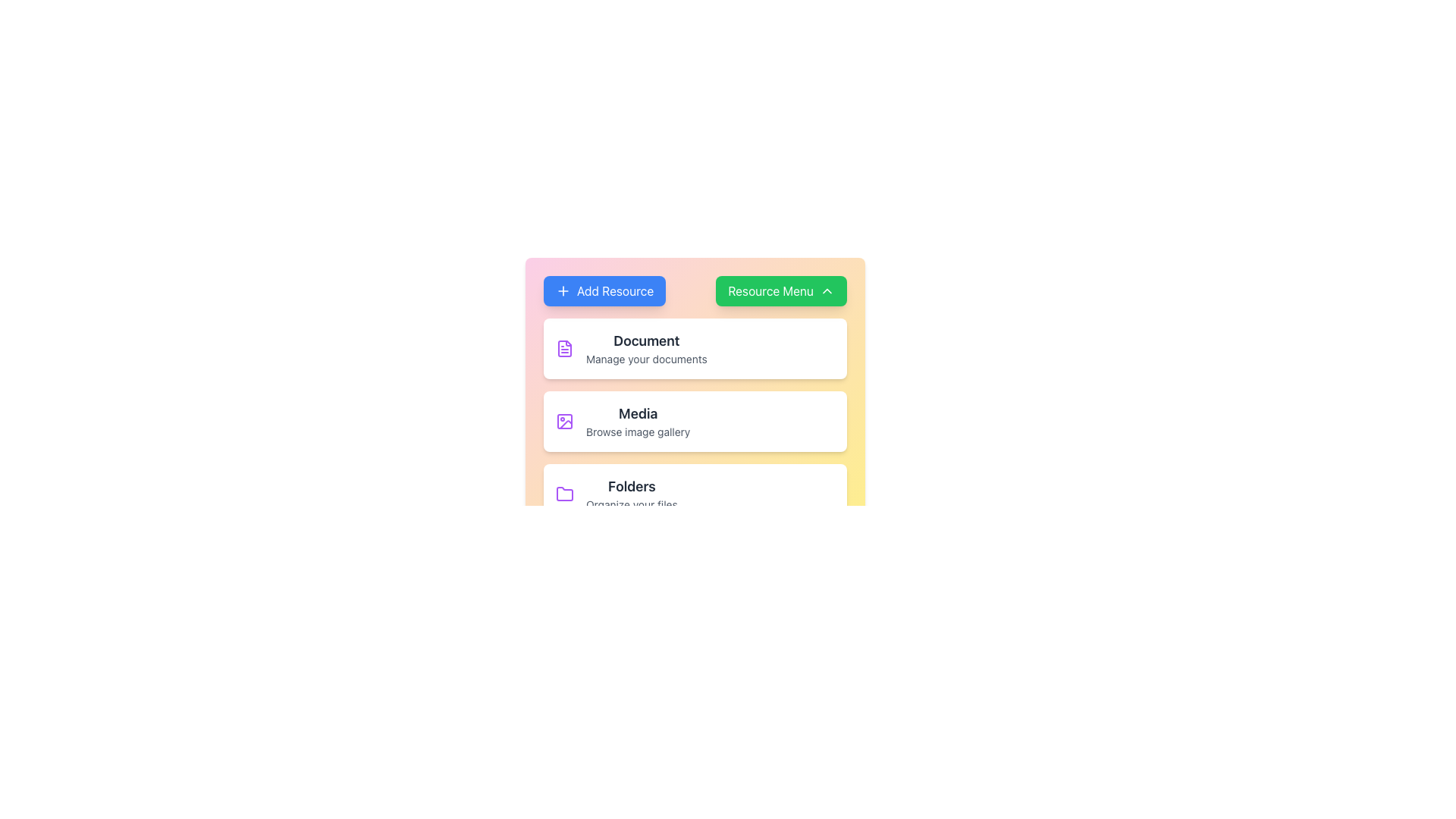  What do you see at coordinates (694, 421) in the screenshot?
I see `the second interactive card or button in the media section` at bounding box center [694, 421].